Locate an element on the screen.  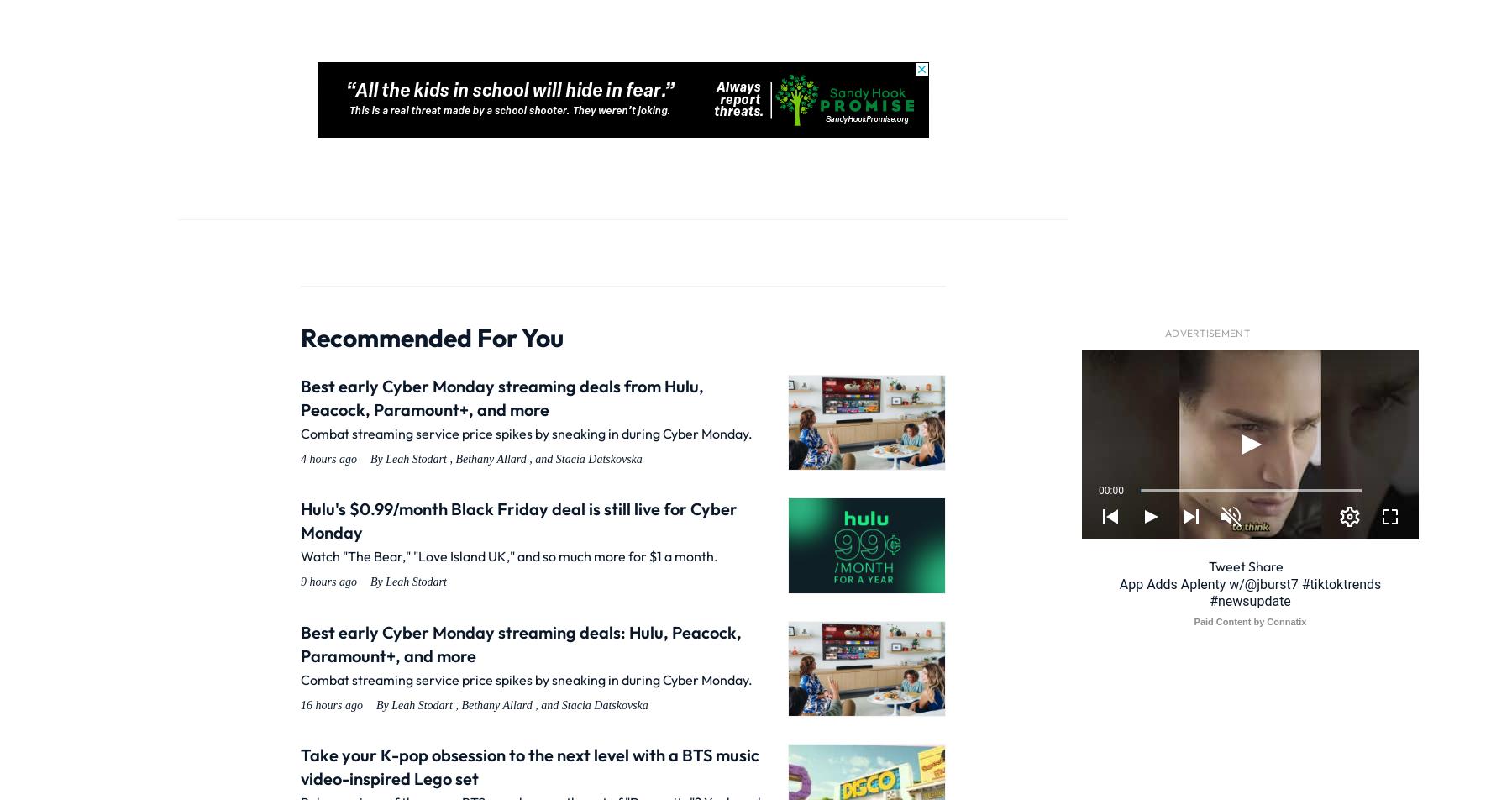
'Take your K-pop obsession to the next level with a BTS music video-inspired Lego set' is located at coordinates (530, 766).